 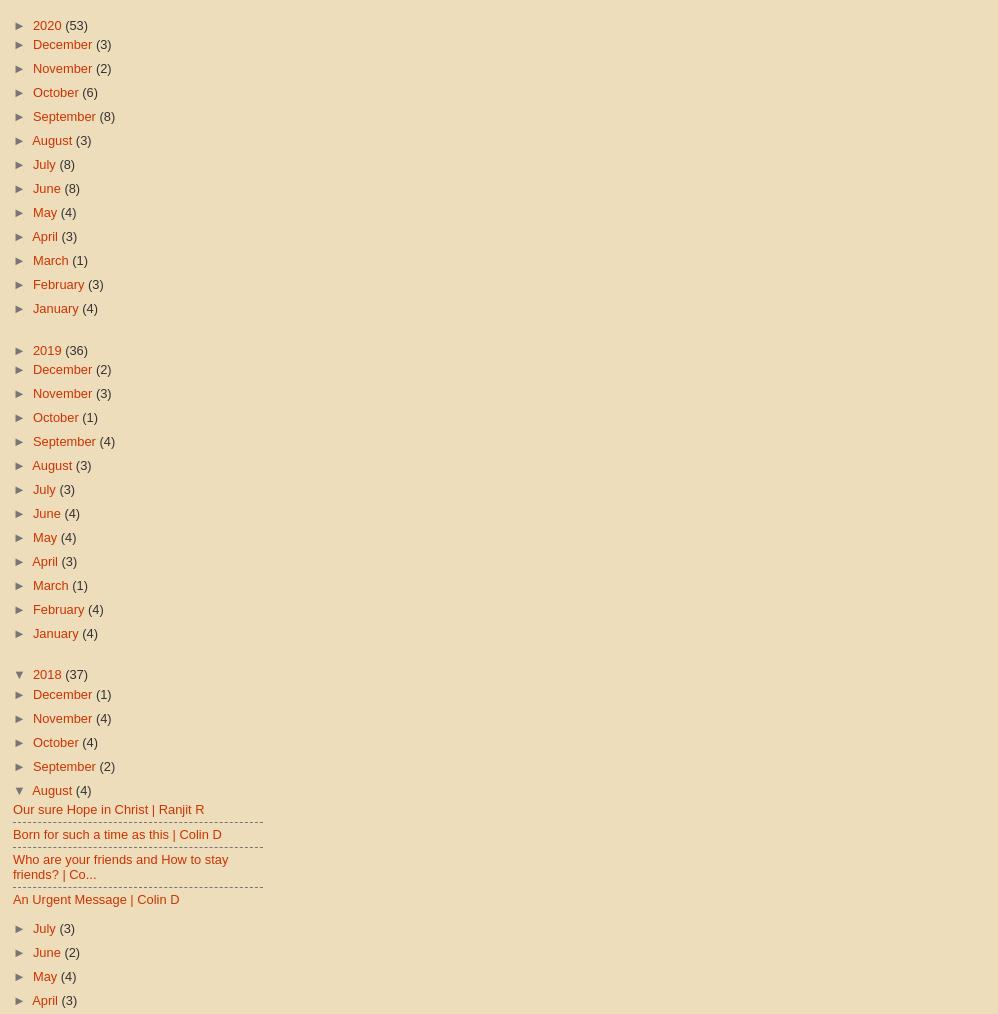 What do you see at coordinates (75, 348) in the screenshot?
I see `'(36)'` at bounding box center [75, 348].